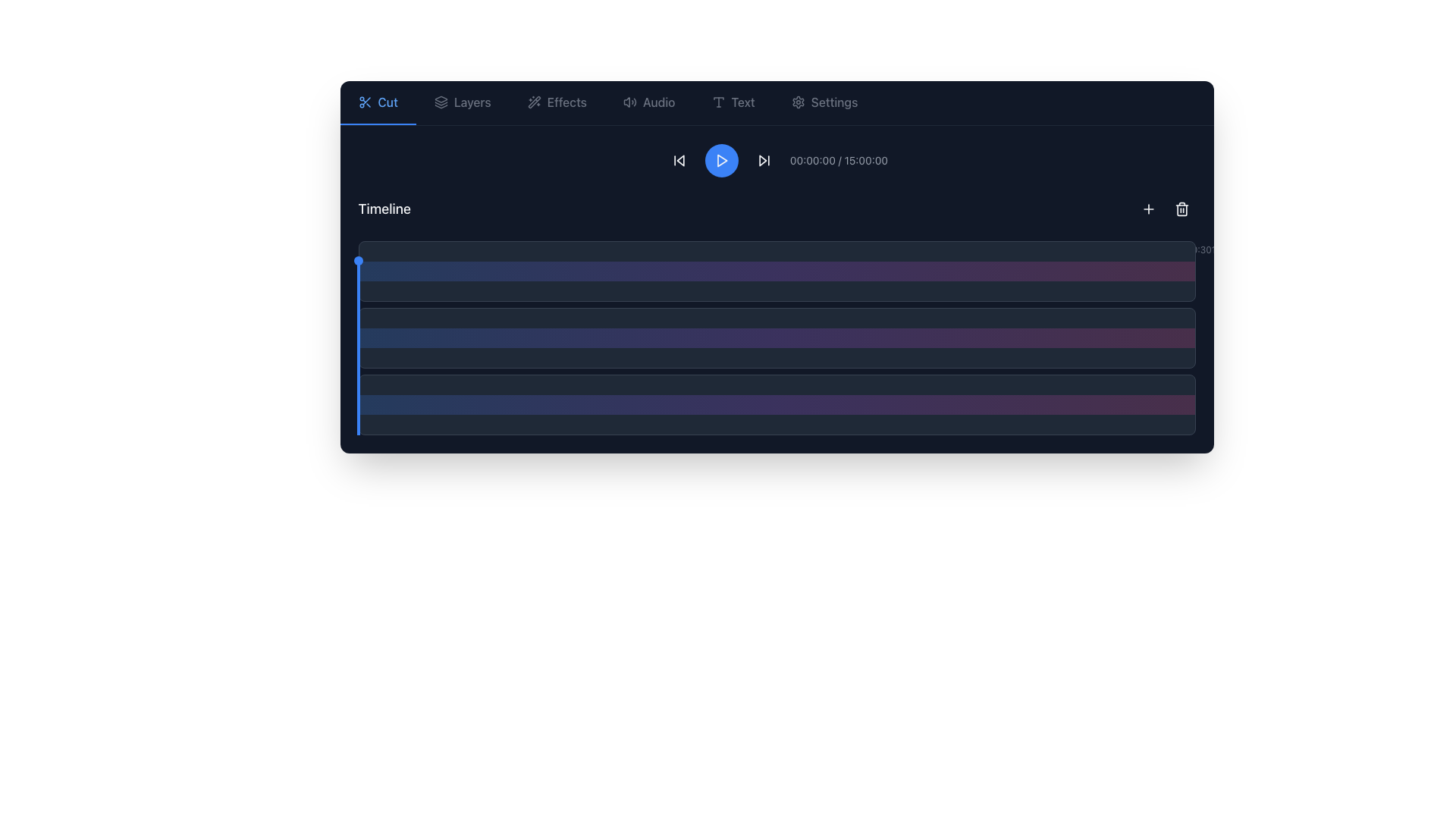 This screenshot has width=1456, height=819. What do you see at coordinates (1181, 209) in the screenshot?
I see `the trash bin icon button, which is a small icon with a modern outline style located at the top-right corner of the horizontal bar interface, to trigger a tooltip or visual feedback` at bounding box center [1181, 209].